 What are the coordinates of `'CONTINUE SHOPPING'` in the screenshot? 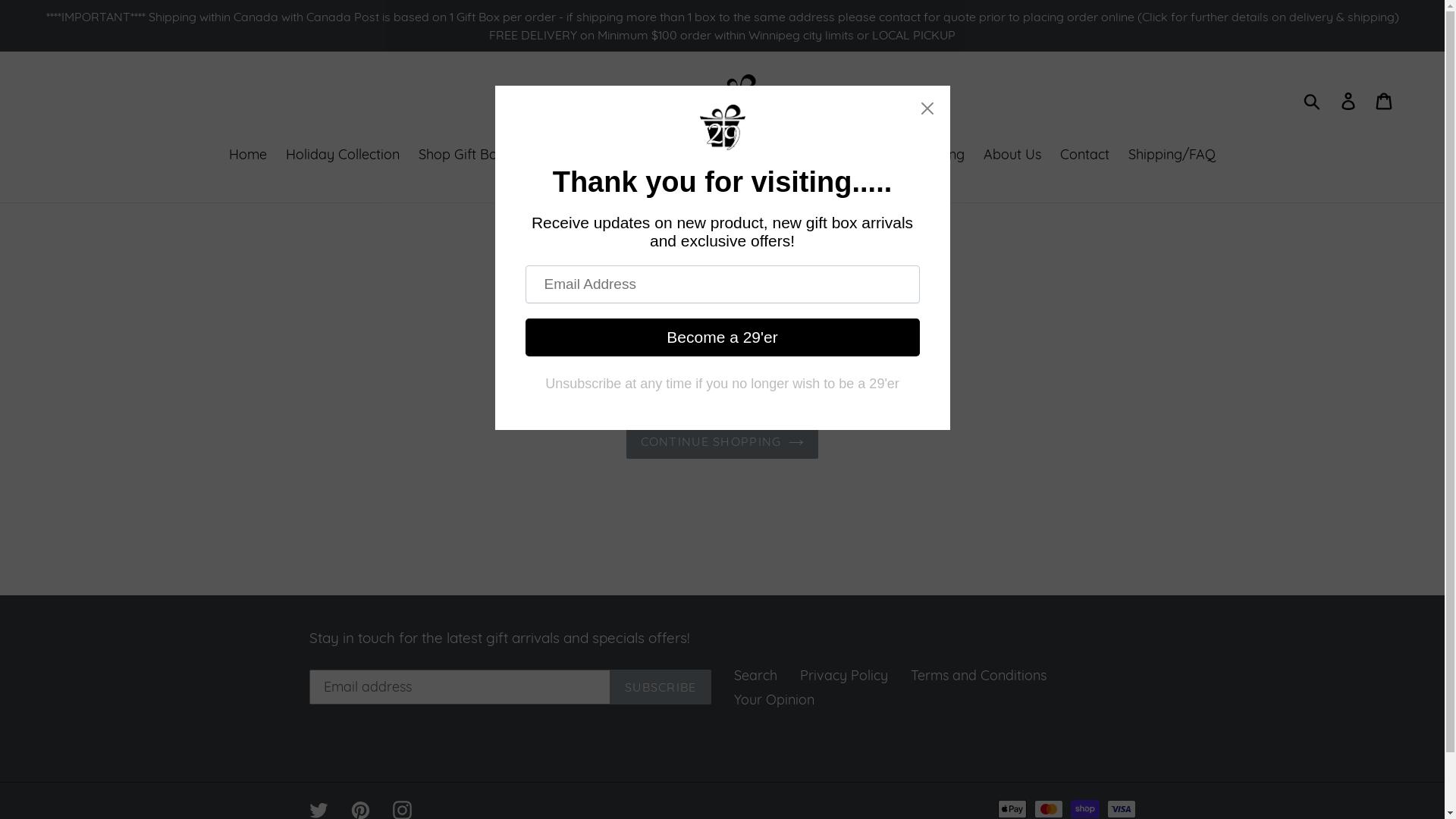 It's located at (722, 441).